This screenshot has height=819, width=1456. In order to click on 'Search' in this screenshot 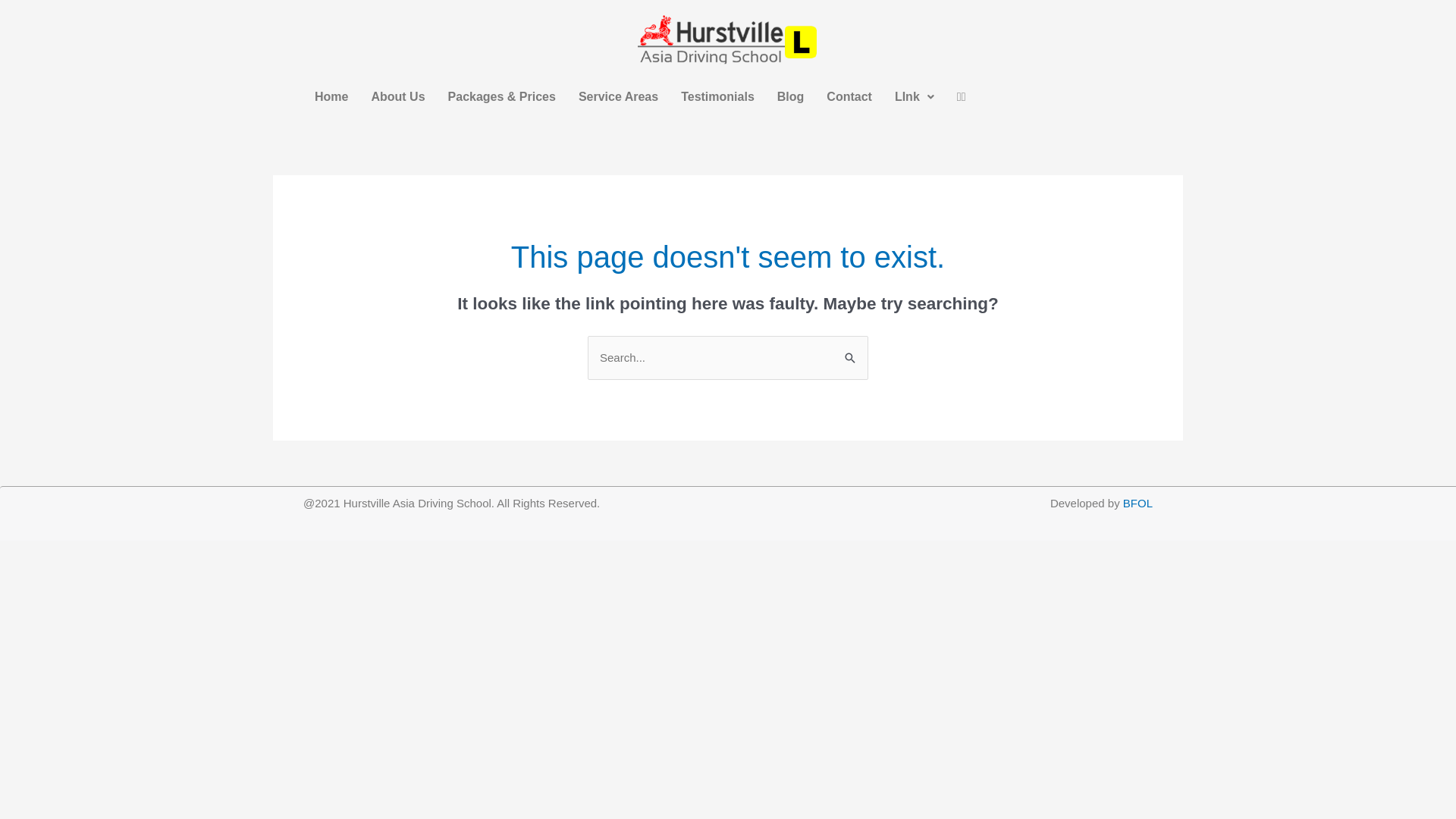, I will do `click(833, 351)`.